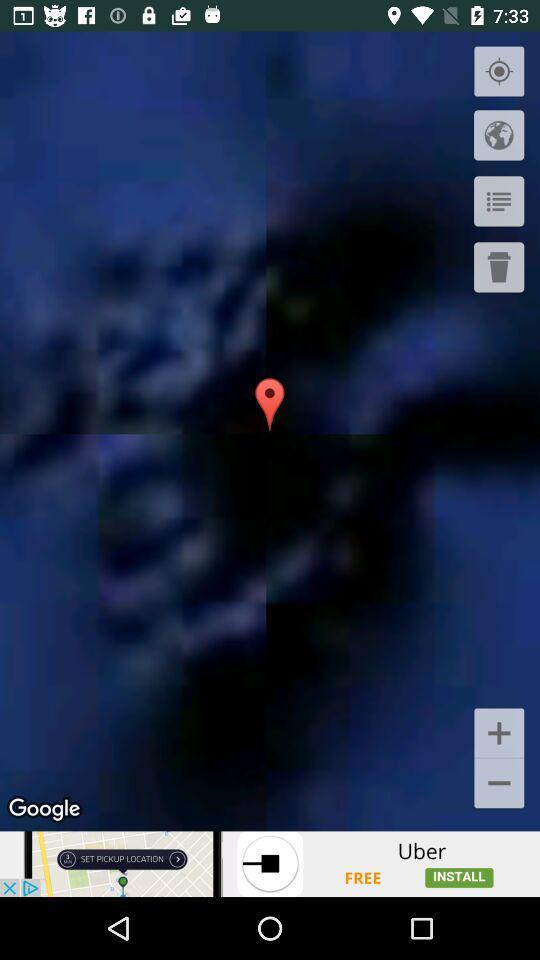  Describe the element at coordinates (498, 784) in the screenshot. I see `the minus icon` at that location.